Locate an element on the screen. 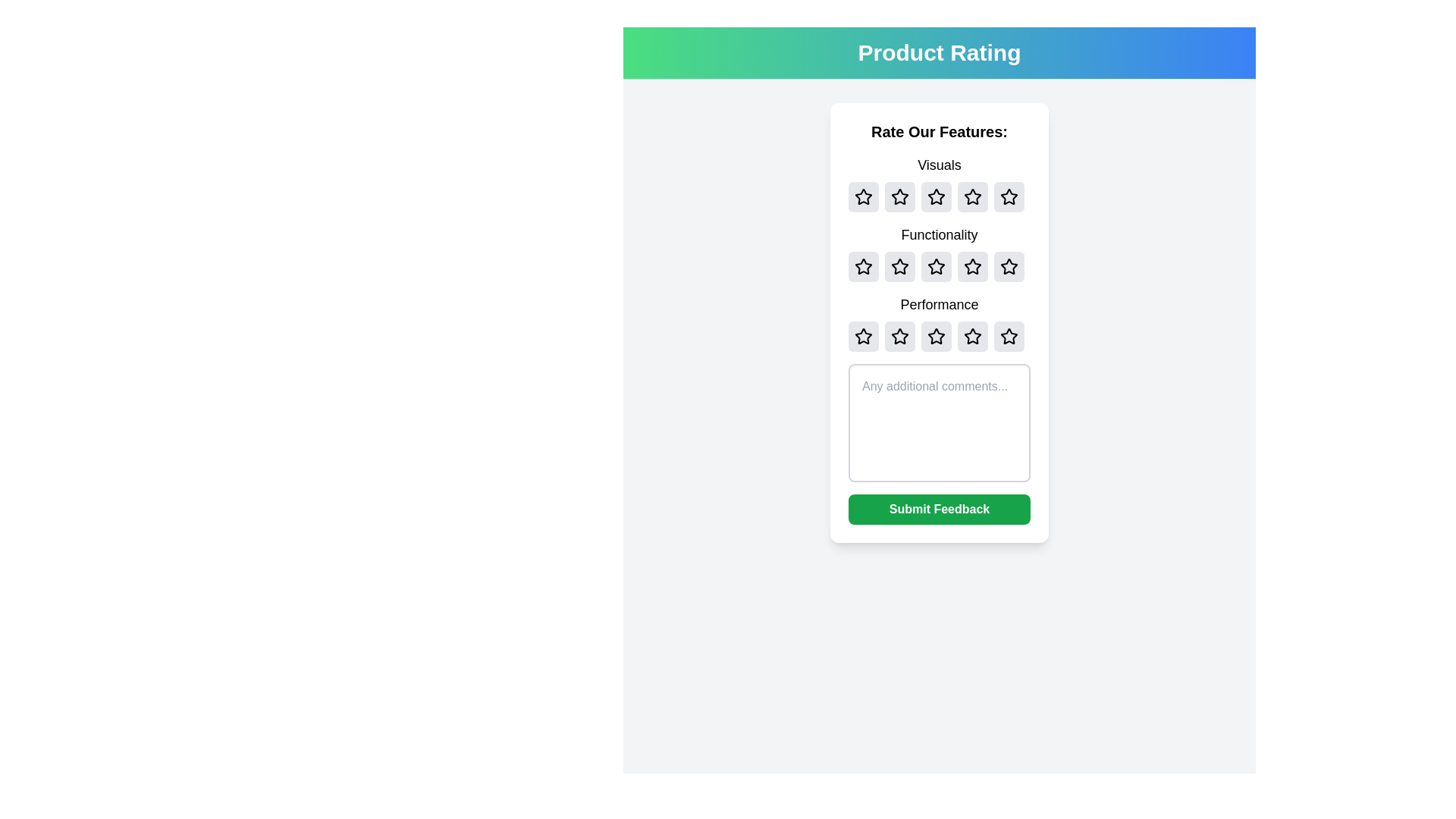 The image size is (1456, 819). the star rating icon located in the second row, second column under the 'Functionality' section is located at coordinates (899, 265).